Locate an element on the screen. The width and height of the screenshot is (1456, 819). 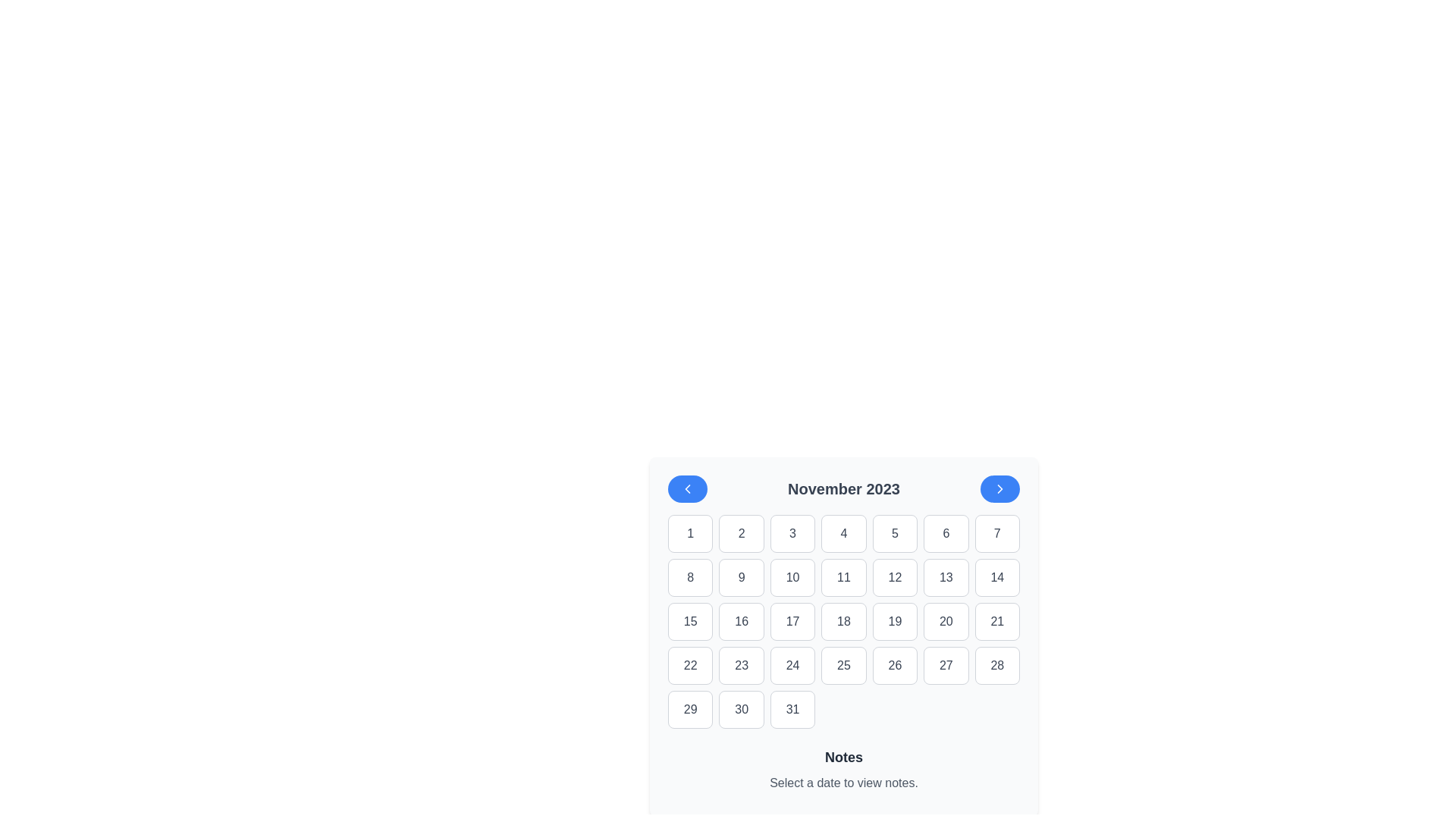
the date '26' button is located at coordinates (895, 665).